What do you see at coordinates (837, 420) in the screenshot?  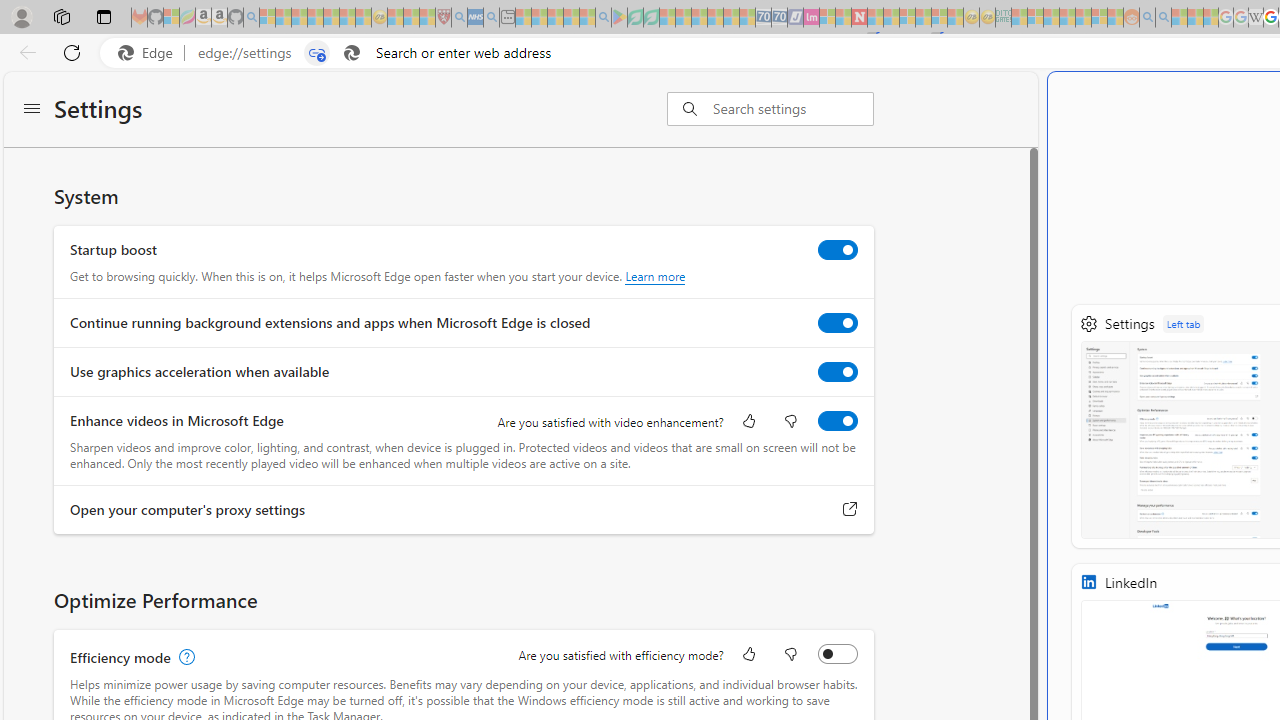 I see `'Enhance videos in Microsoft Edge'` at bounding box center [837, 420].